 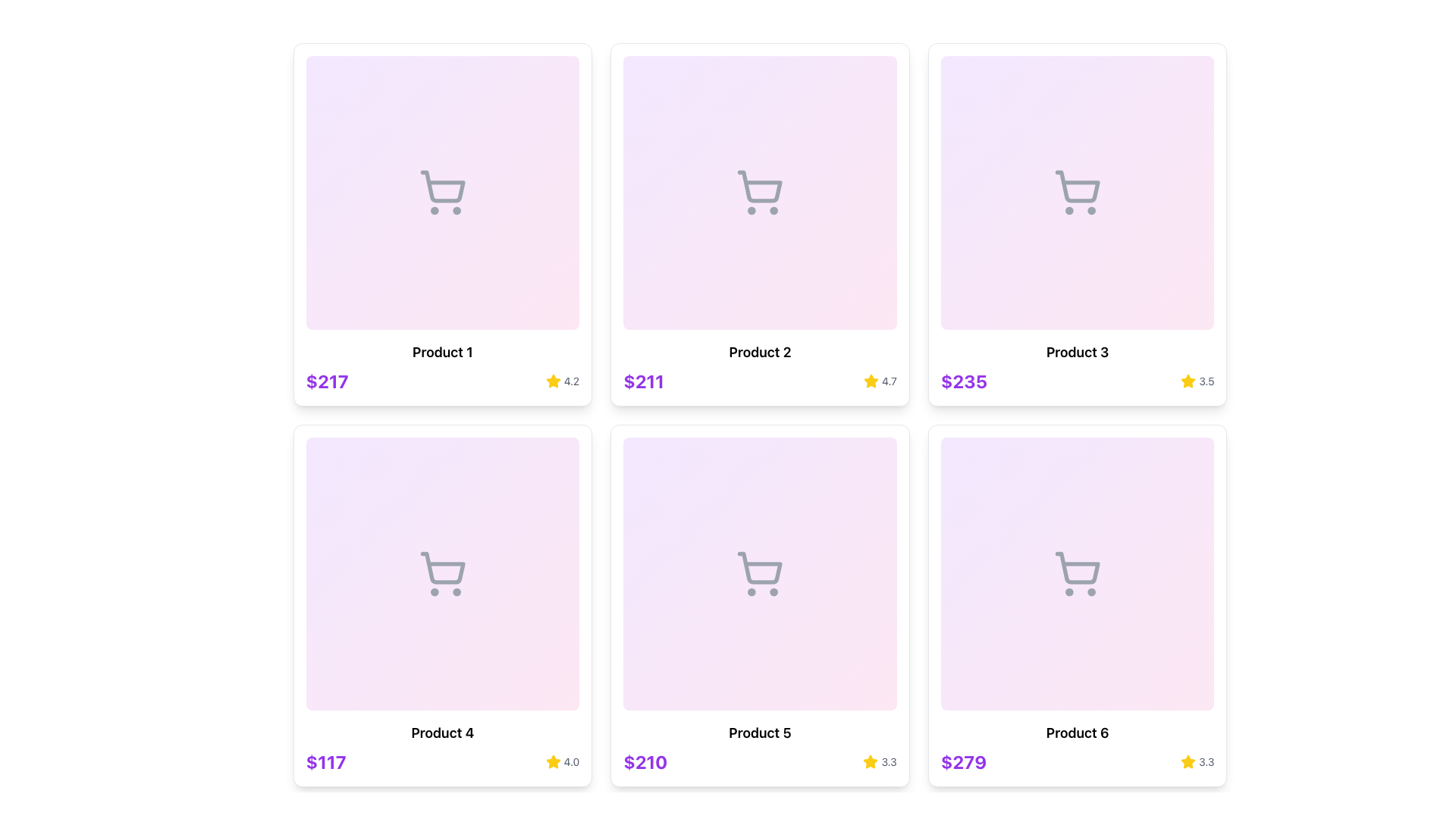 I want to click on the star icon located at the bottom-right corner of the card for 'Product 3', which is part of a grid of star icons used for rating, so click(x=1188, y=380).